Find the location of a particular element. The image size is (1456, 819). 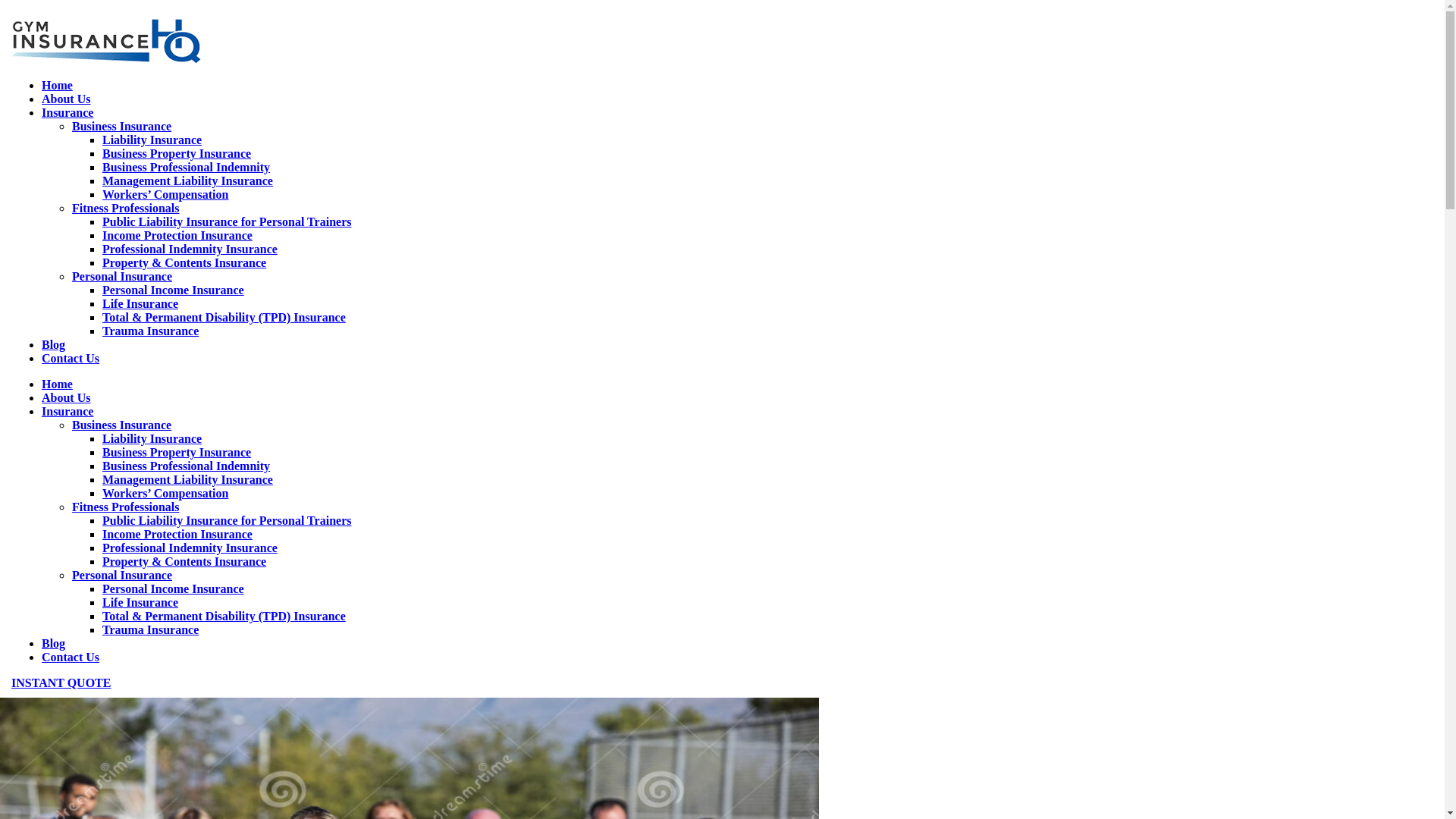

'Insurance' is located at coordinates (67, 411).